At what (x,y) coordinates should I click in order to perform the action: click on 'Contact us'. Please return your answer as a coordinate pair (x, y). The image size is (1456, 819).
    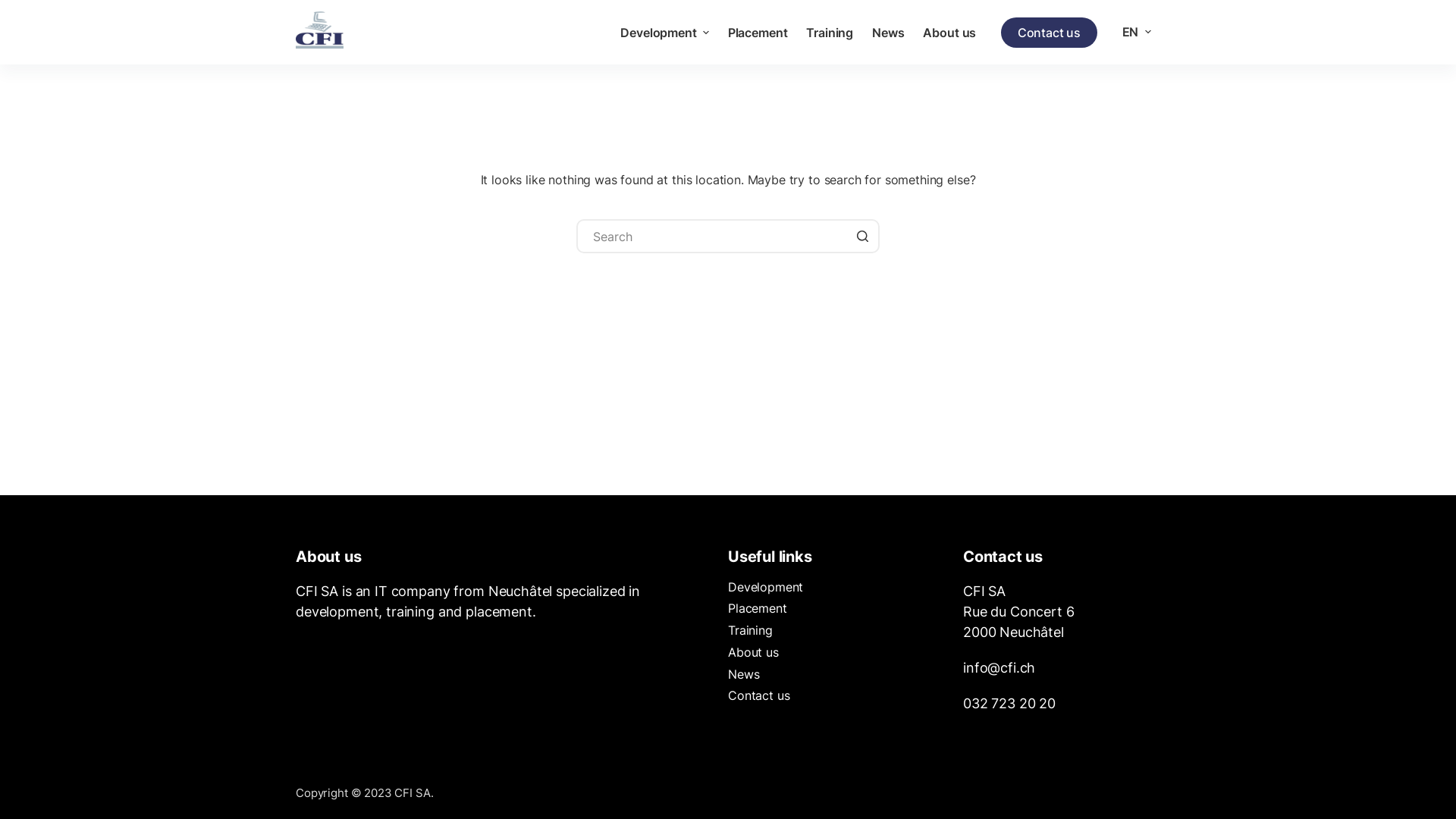
    Looking at the image, I should click on (1048, 32).